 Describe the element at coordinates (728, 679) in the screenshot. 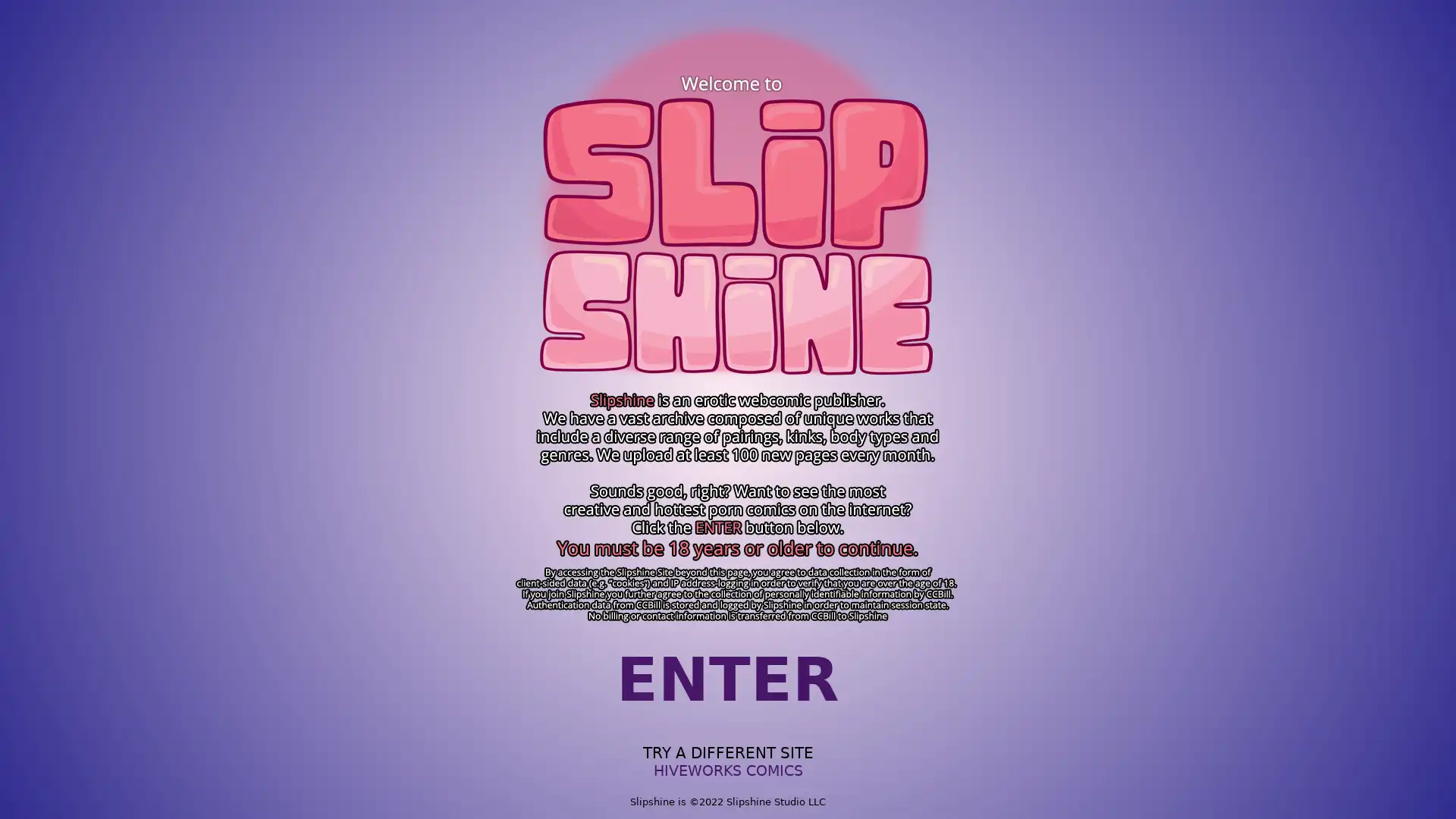

I see `ENTER` at that location.